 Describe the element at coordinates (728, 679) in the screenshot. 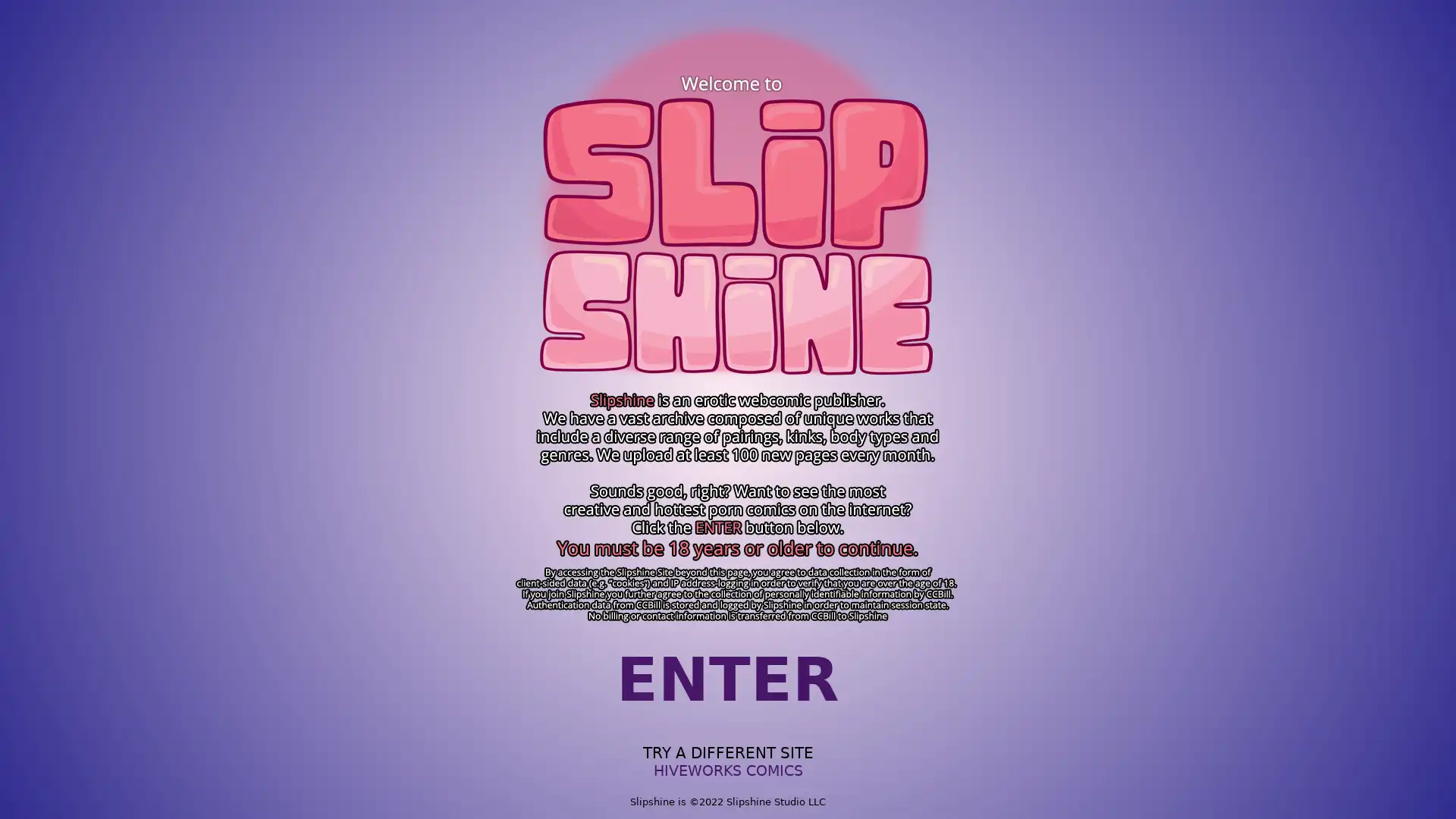

I see `ENTER` at that location.